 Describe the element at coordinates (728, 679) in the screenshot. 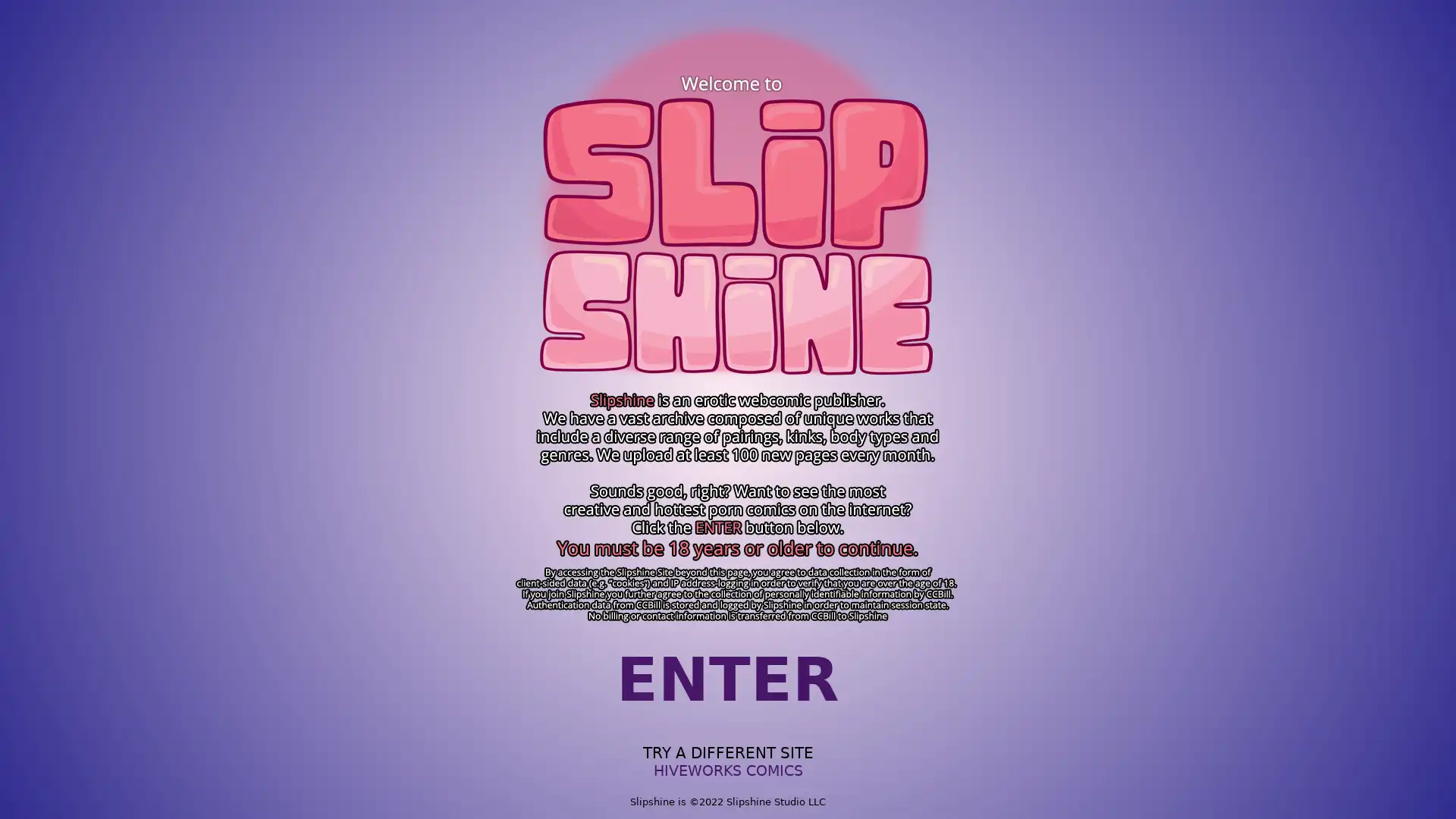

I see `ENTER` at that location.